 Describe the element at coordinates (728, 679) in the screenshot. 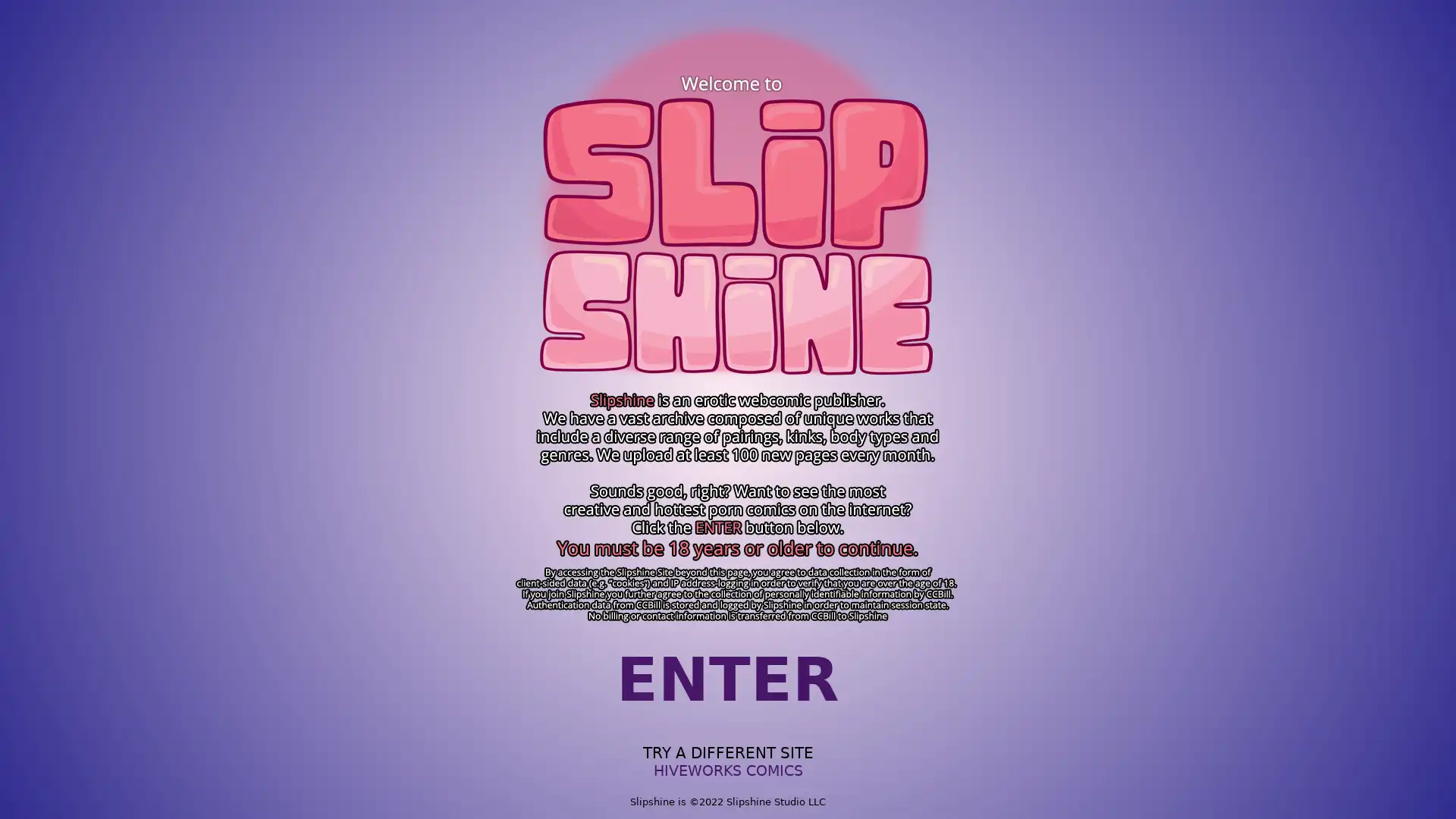

I see `ENTER` at that location.